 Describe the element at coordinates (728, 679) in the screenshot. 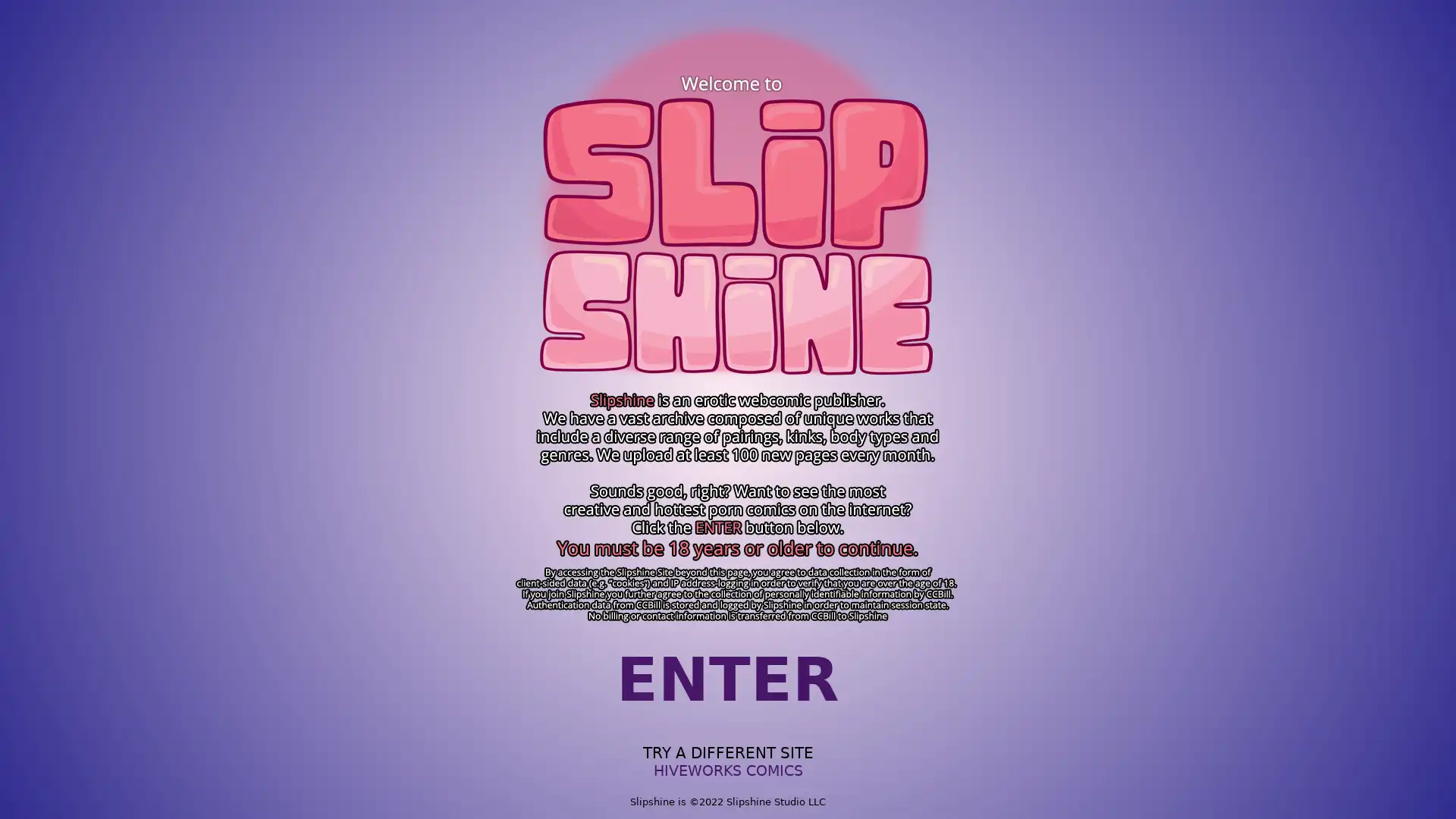

I see `ENTER` at that location.